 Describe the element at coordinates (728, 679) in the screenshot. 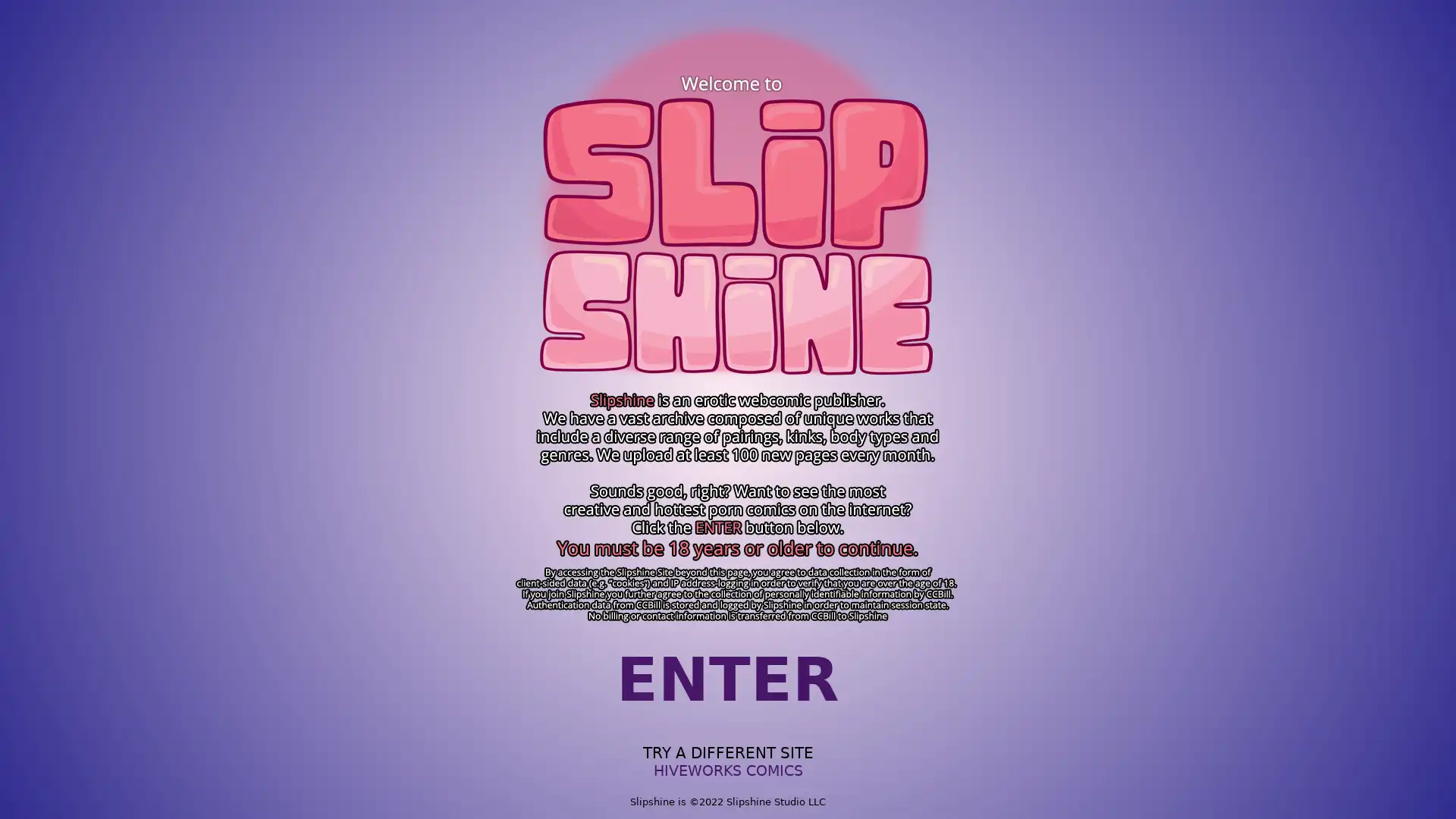

I see `ENTER` at that location.